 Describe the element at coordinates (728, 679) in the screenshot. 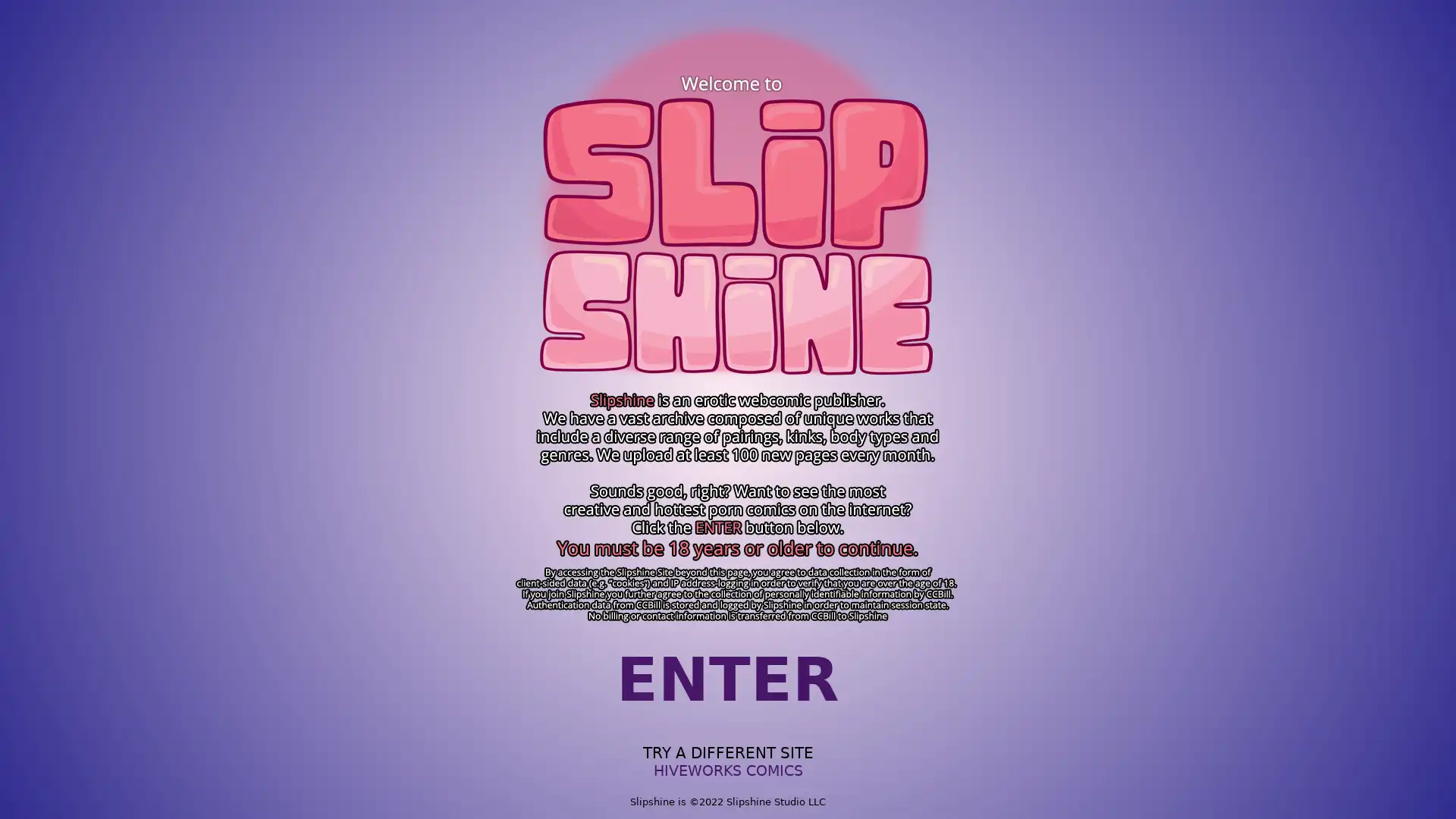

I see `ENTER` at that location.